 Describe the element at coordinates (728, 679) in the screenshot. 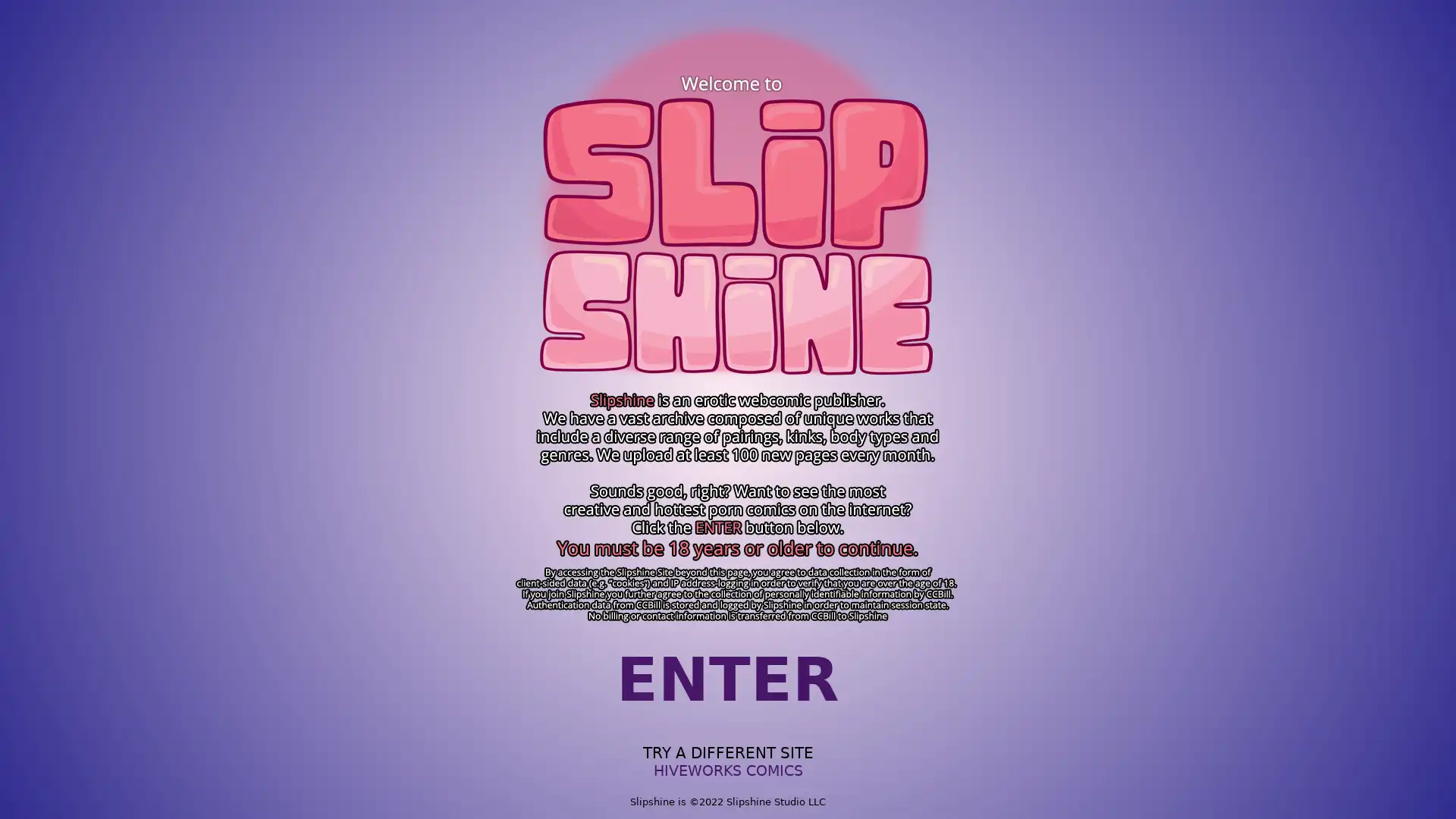

I see `ENTER` at that location.